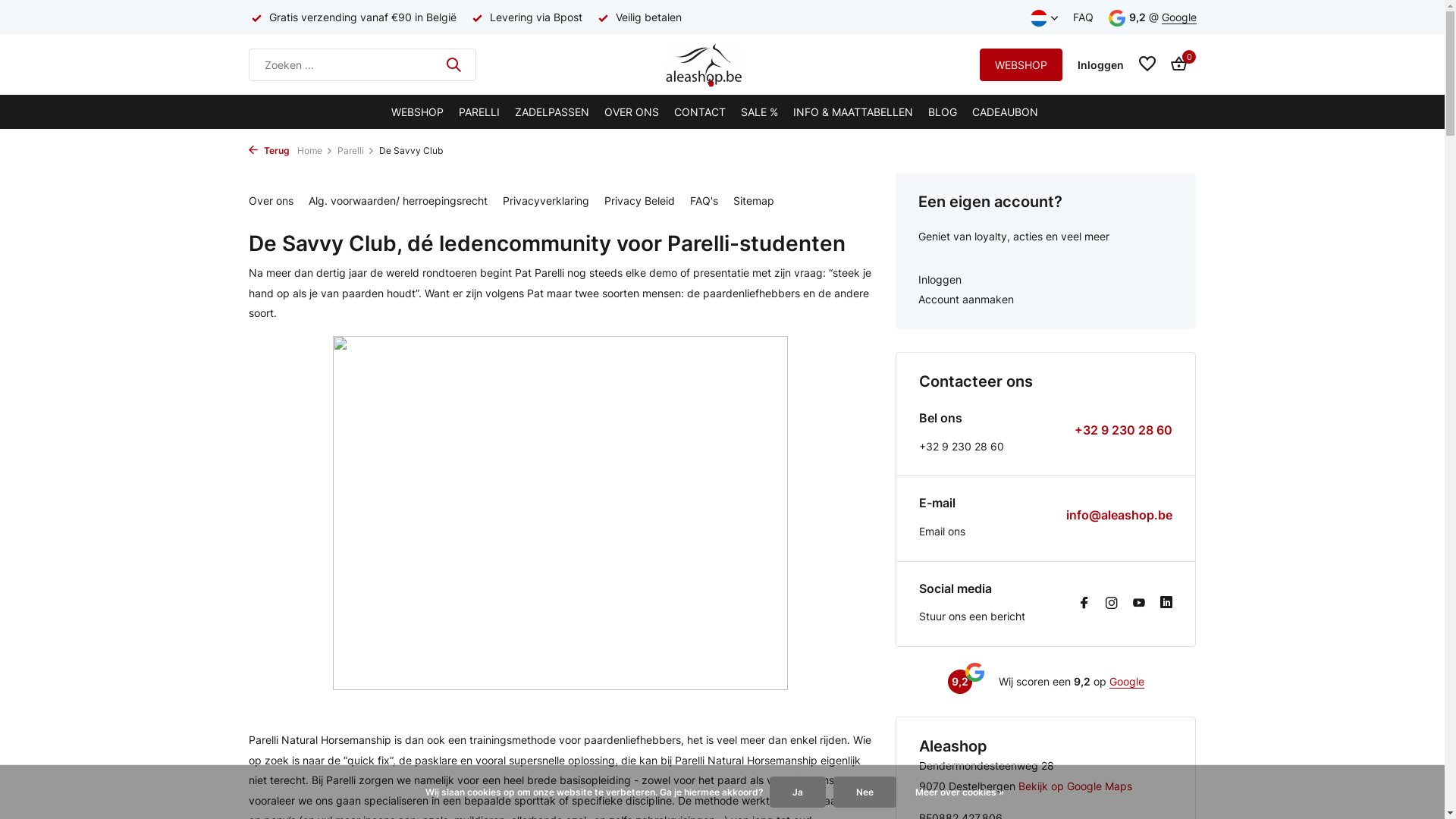 This screenshot has height=819, width=1456. I want to click on 'FAQ', so click(1082, 17).